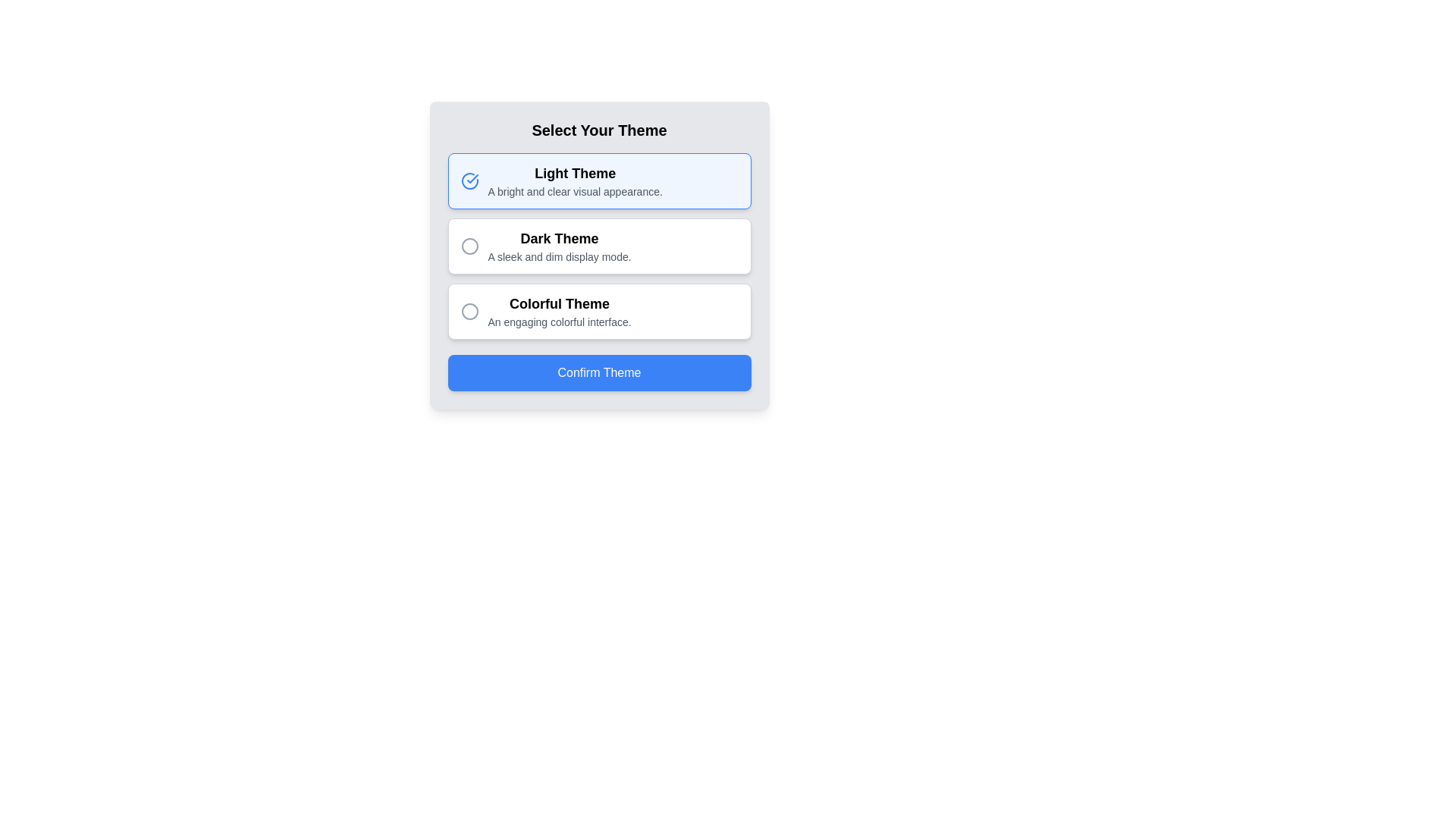 The image size is (1456, 819). I want to click on the 'Colorful Theme' selection card, which is the third option in a vertical list of theme choices, so click(598, 311).